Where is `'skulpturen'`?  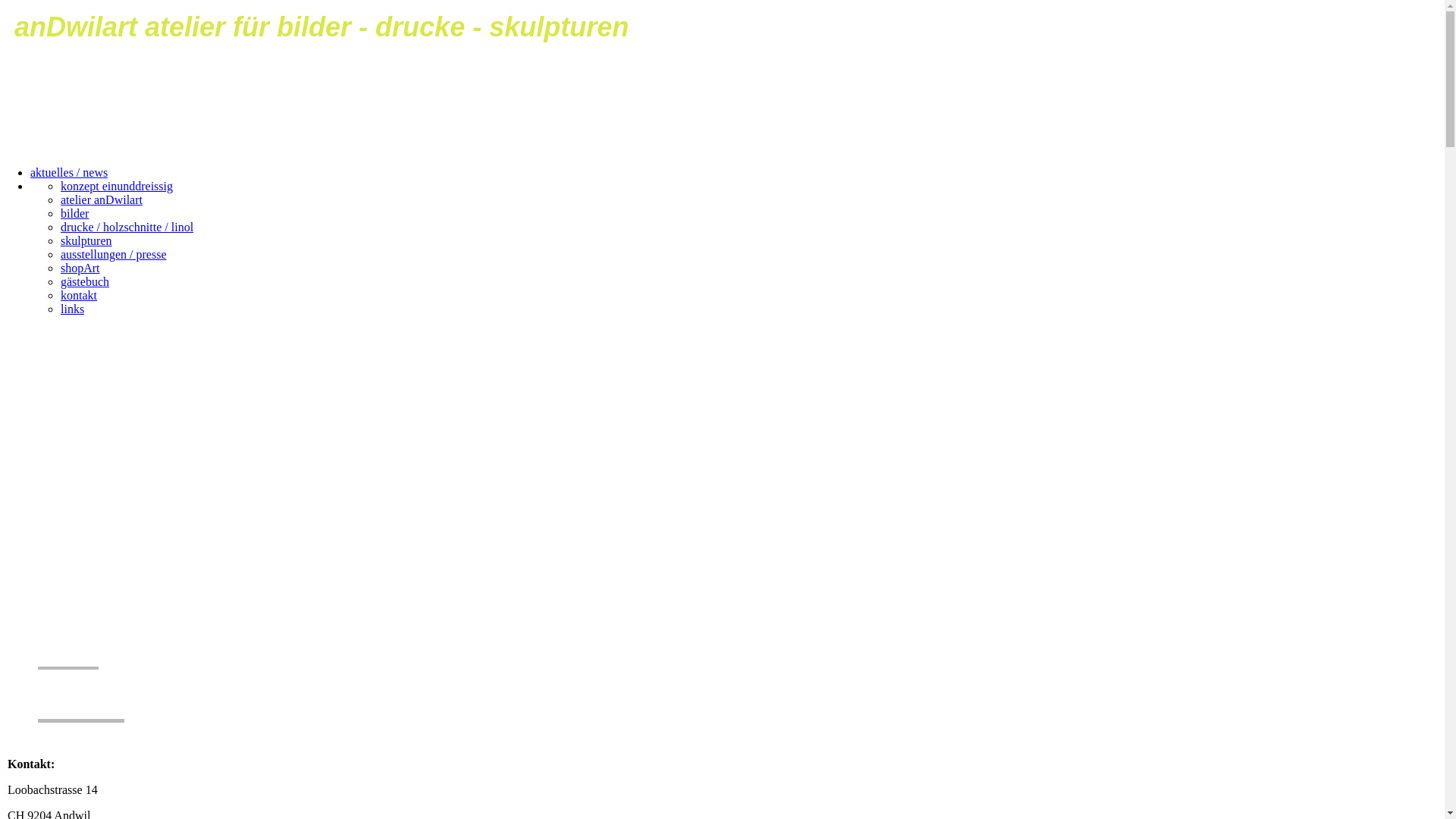 'skulpturen' is located at coordinates (86, 240).